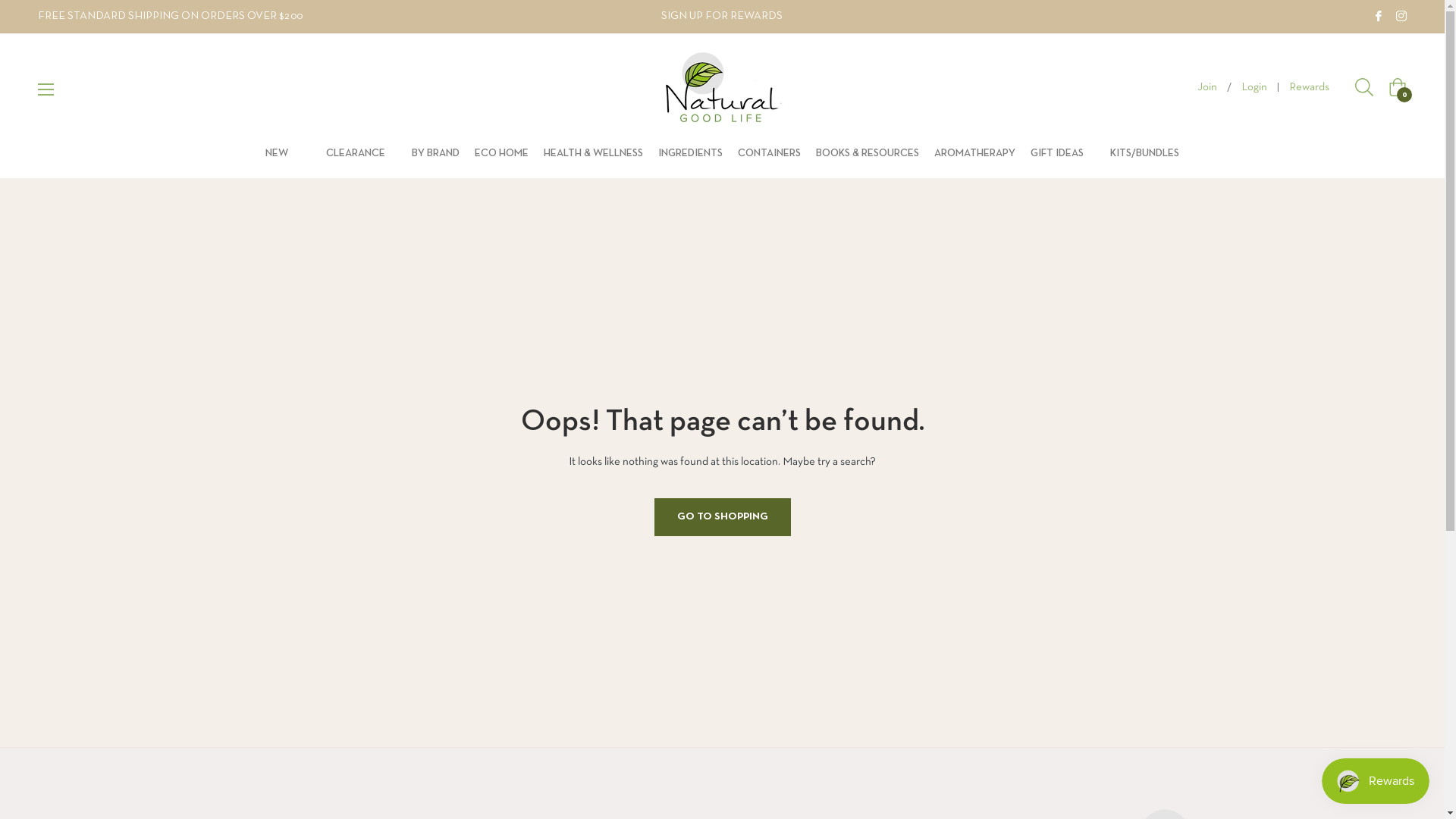  What do you see at coordinates (1207, 87) in the screenshot?
I see `'Join'` at bounding box center [1207, 87].